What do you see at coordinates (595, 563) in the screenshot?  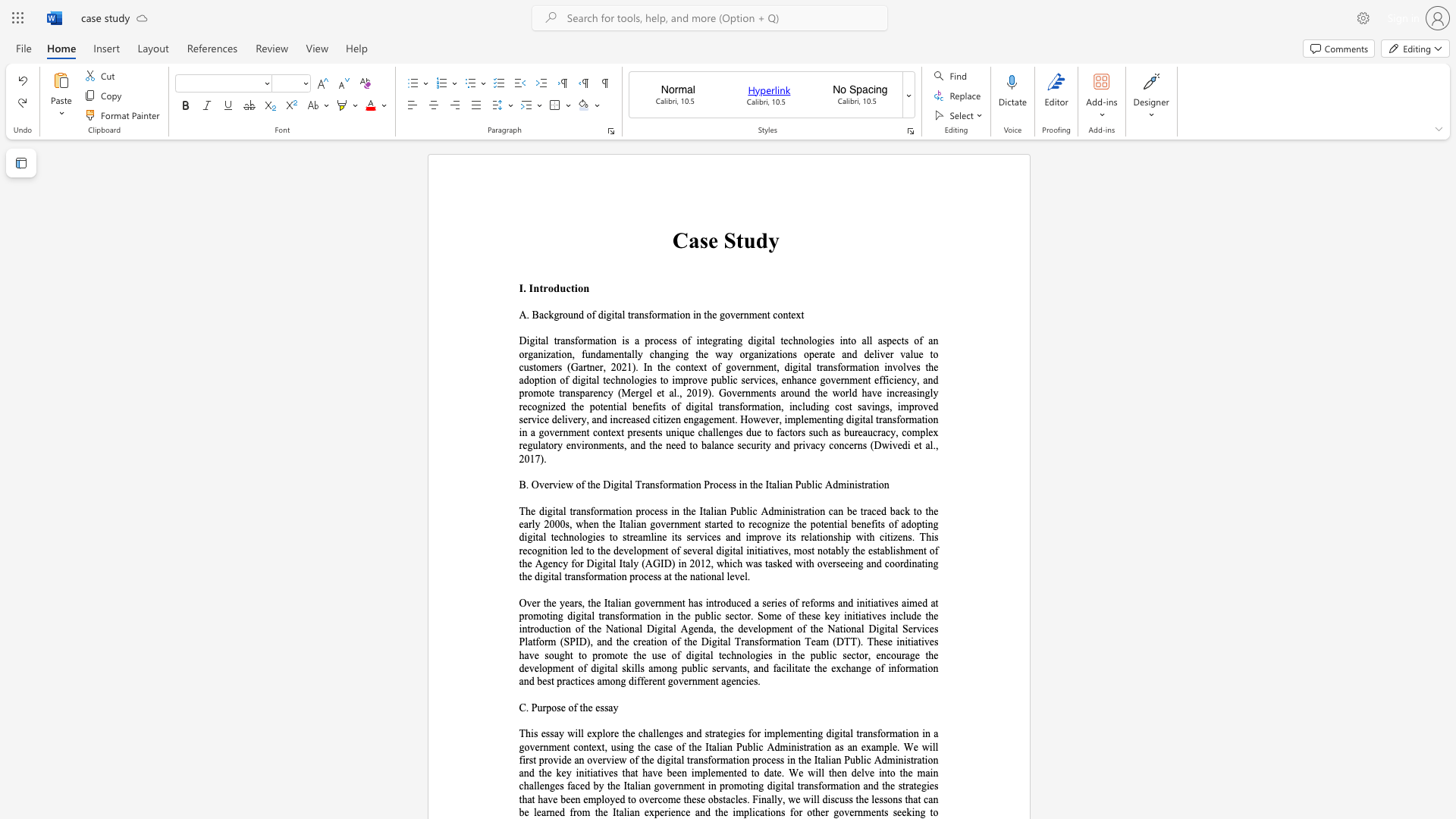 I see `the 38th character "i" in the text` at bounding box center [595, 563].